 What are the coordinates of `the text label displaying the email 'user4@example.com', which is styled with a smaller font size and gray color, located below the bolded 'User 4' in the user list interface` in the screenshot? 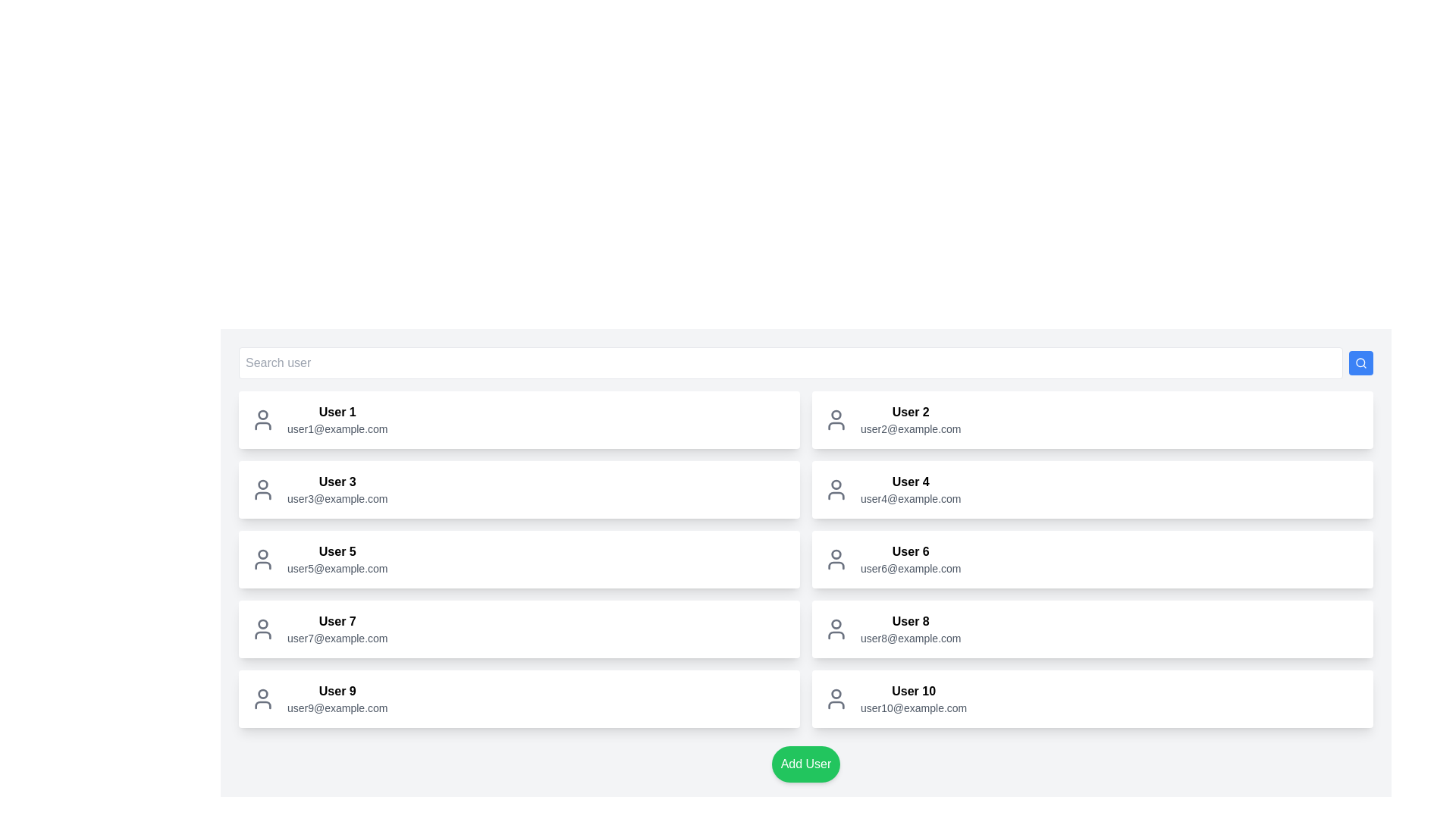 It's located at (910, 499).